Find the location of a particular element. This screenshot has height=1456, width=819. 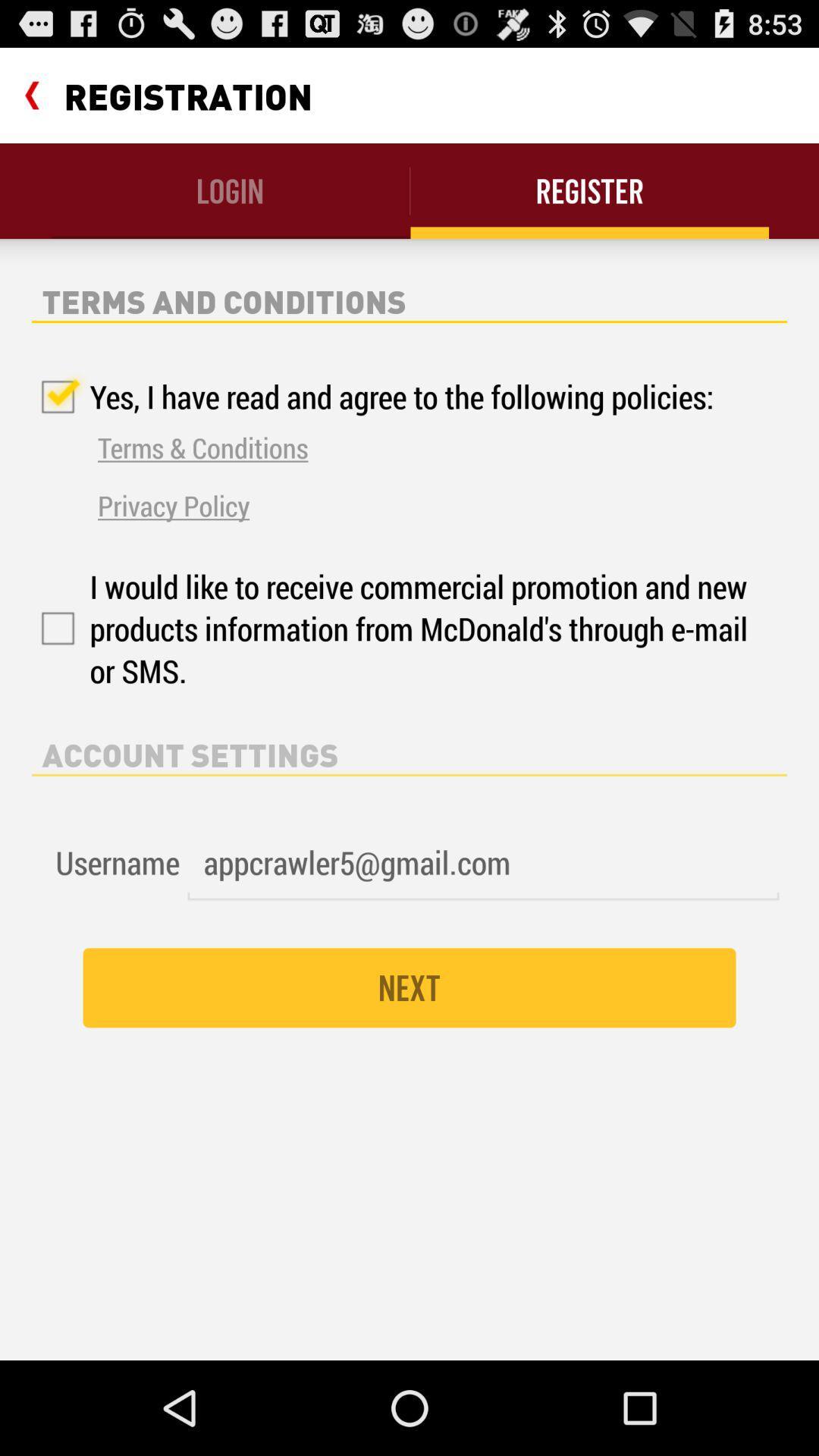

item to the right of the username item is located at coordinates (483, 863).